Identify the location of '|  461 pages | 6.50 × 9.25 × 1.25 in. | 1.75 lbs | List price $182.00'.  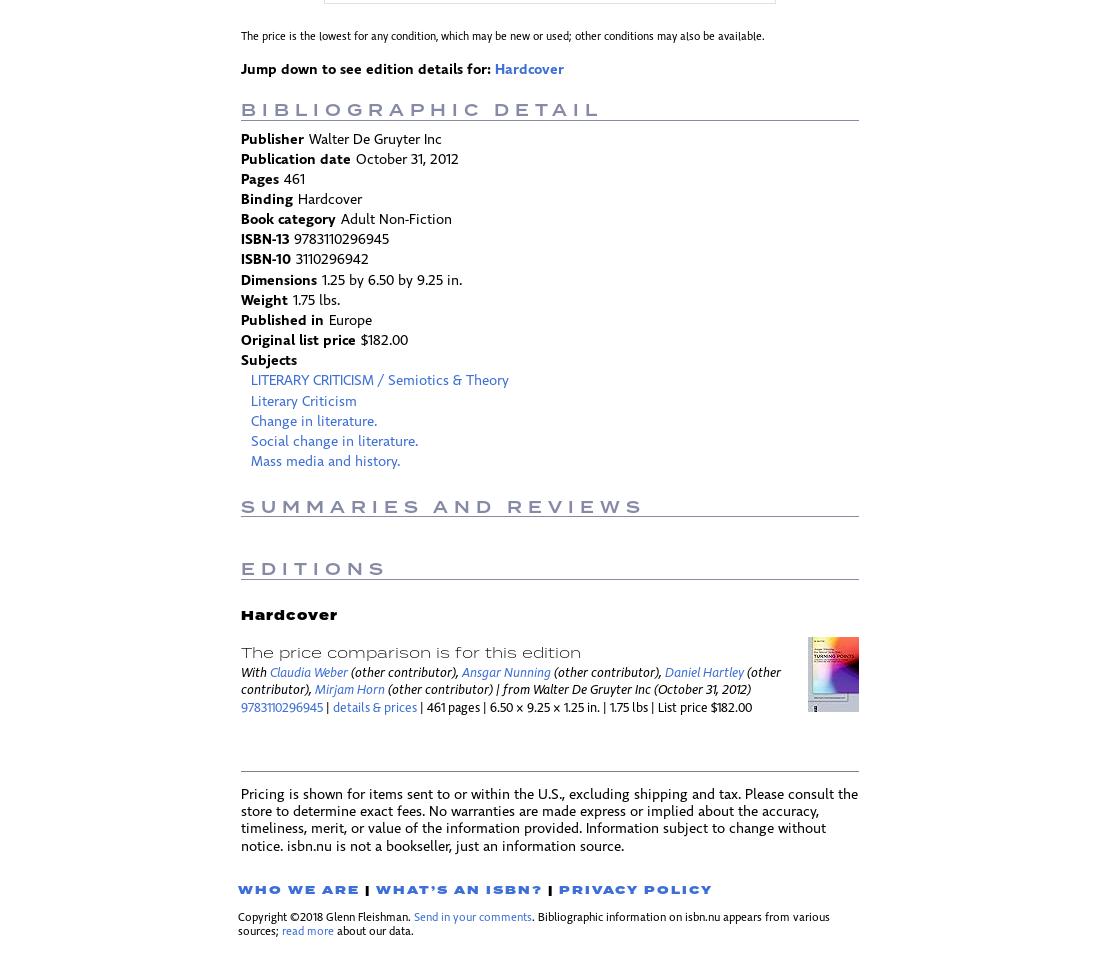
(583, 707).